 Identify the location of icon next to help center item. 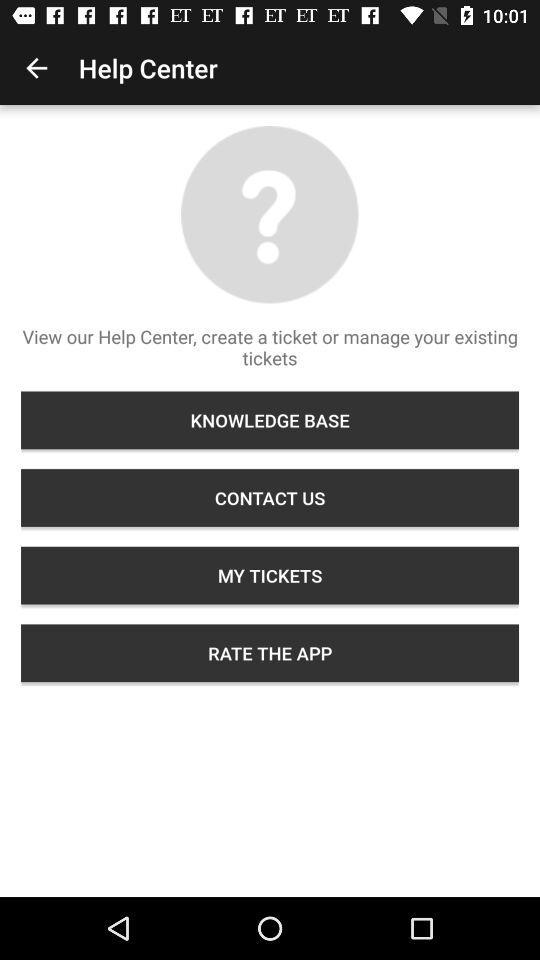
(36, 68).